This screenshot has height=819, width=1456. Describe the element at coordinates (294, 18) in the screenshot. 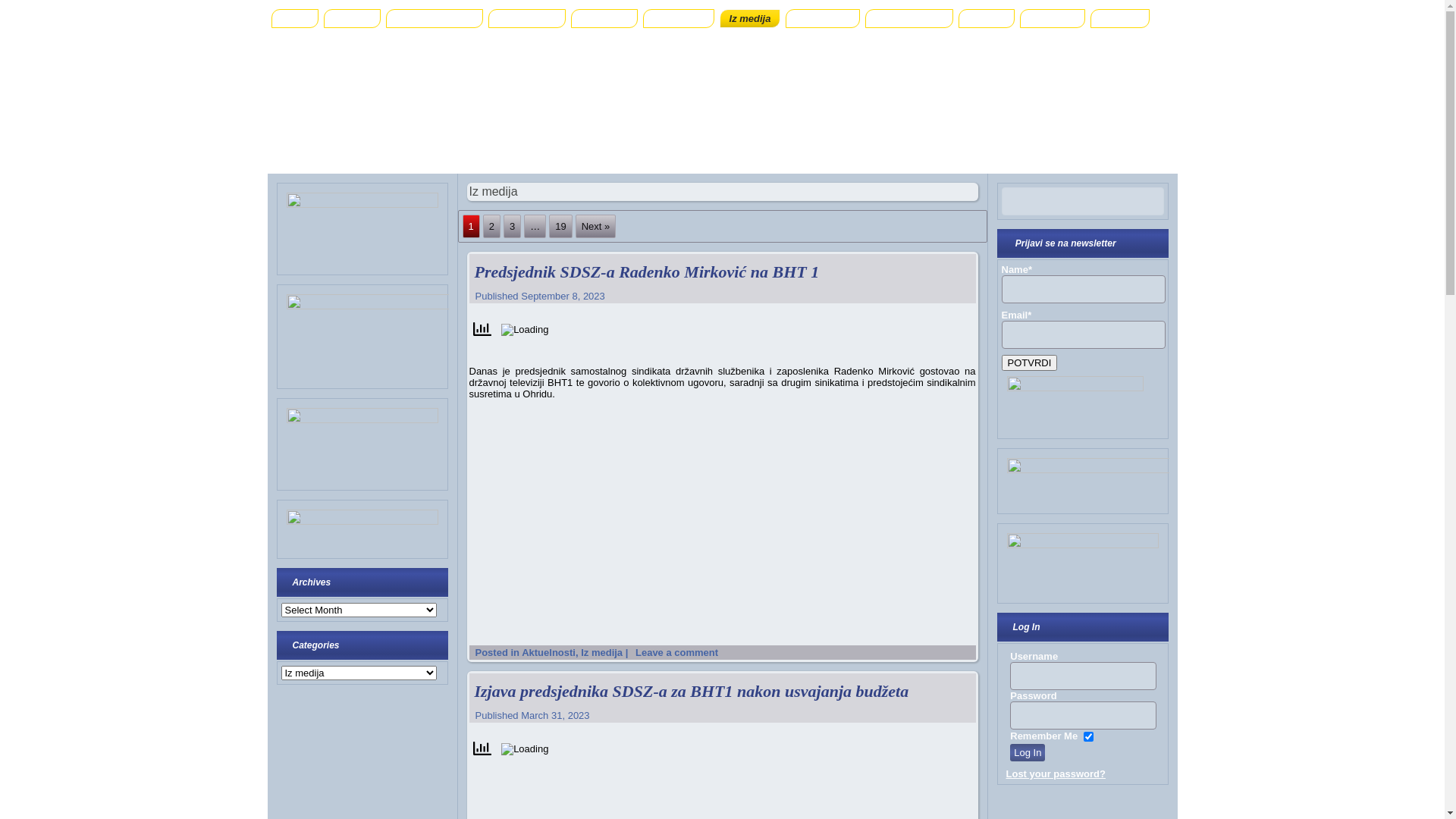

I see `'Home'` at that location.